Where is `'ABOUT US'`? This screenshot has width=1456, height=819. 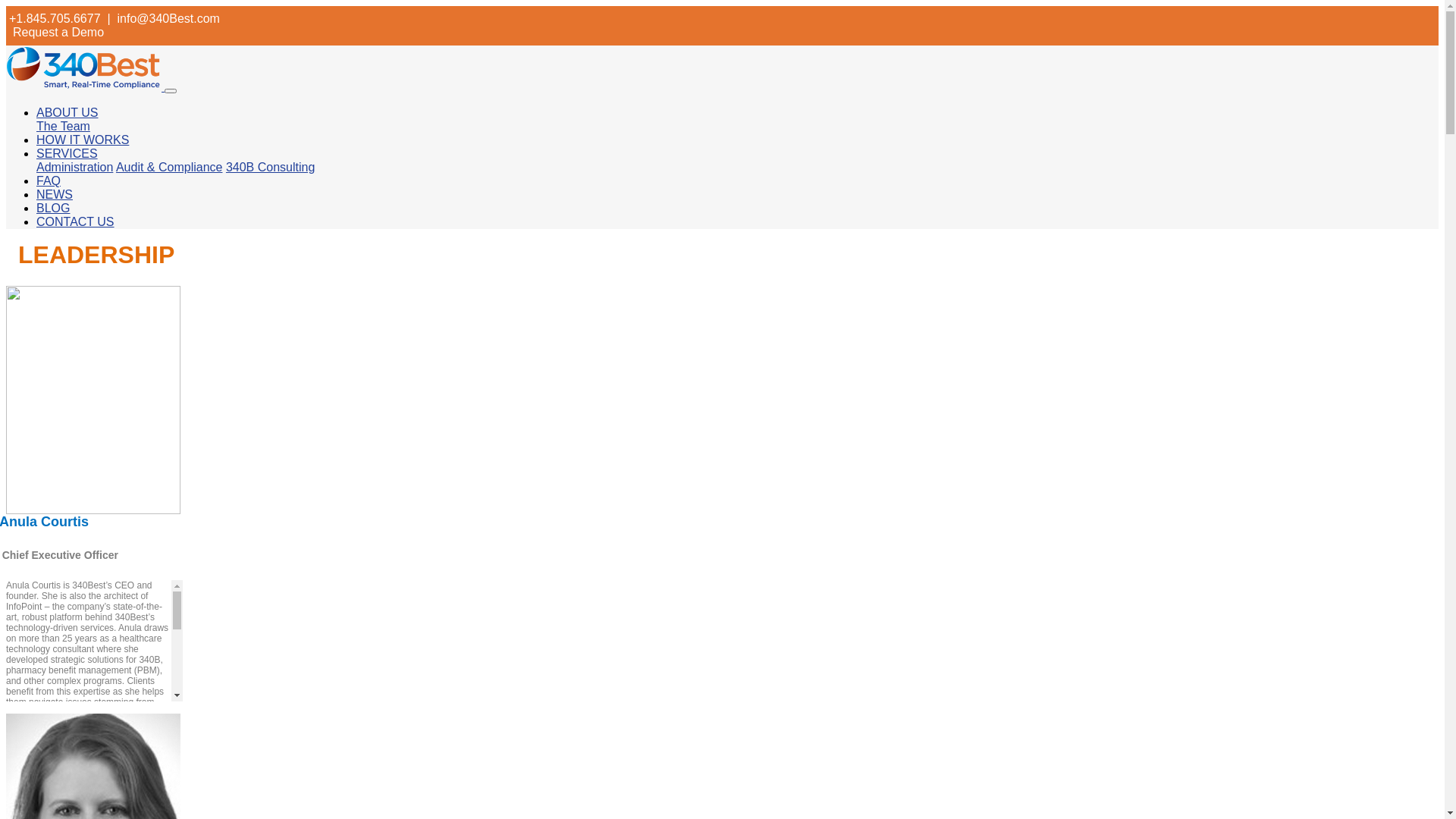 'ABOUT US' is located at coordinates (67, 111).